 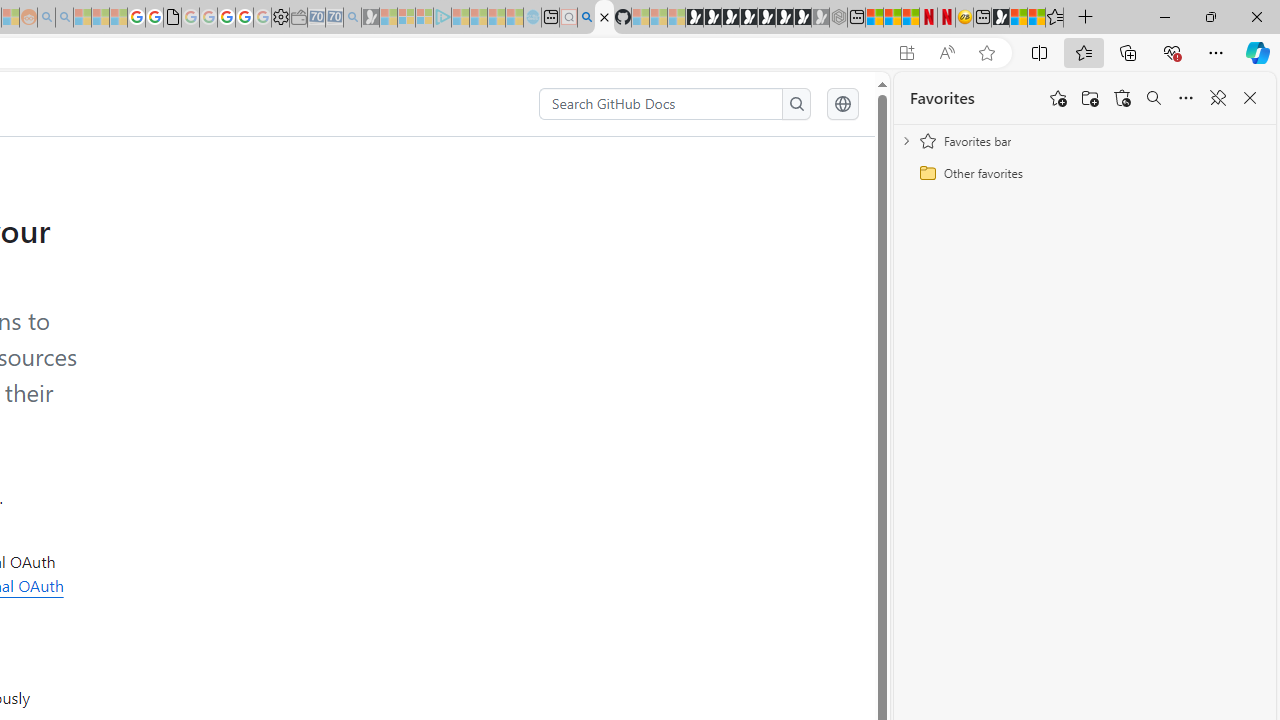 What do you see at coordinates (172, 17) in the screenshot?
I see `'google_privacy_policy_zh-CN.pdf'` at bounding box center [172, 17].